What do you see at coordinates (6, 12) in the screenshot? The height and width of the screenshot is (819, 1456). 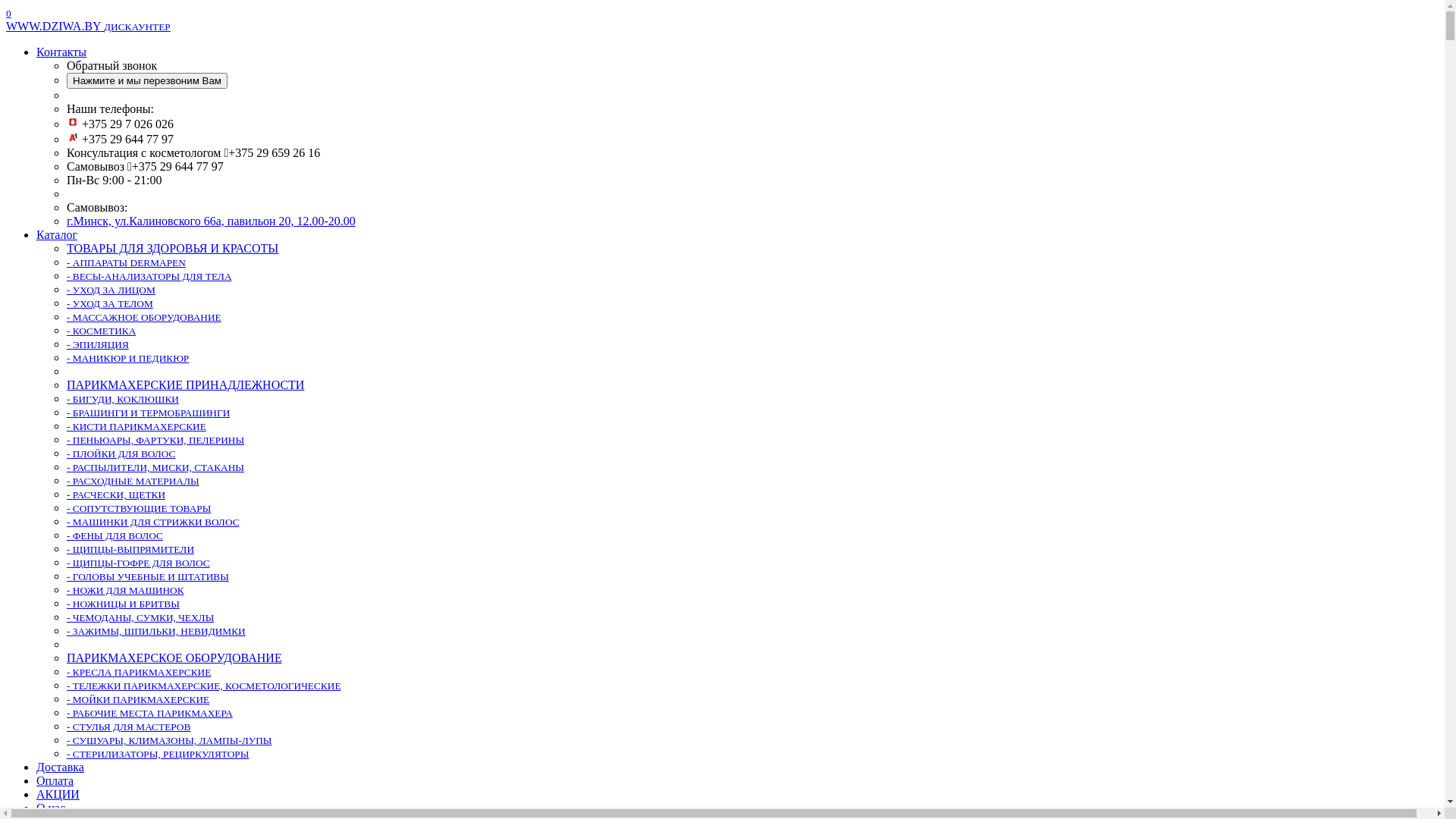 I see `'0'` at bounding box center [6, 12].